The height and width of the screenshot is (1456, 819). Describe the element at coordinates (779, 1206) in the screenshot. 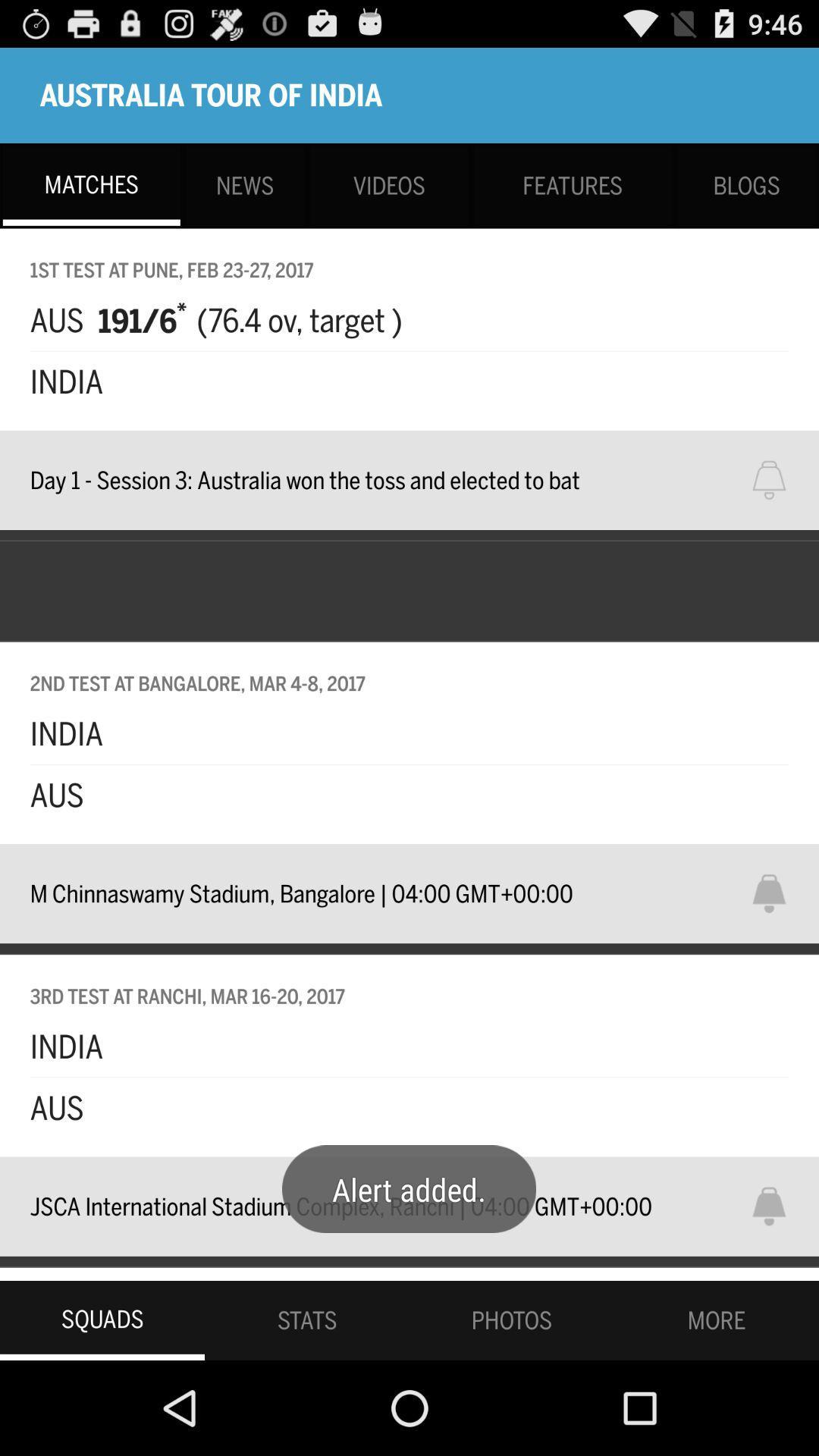

I see `click for notification` at that location.